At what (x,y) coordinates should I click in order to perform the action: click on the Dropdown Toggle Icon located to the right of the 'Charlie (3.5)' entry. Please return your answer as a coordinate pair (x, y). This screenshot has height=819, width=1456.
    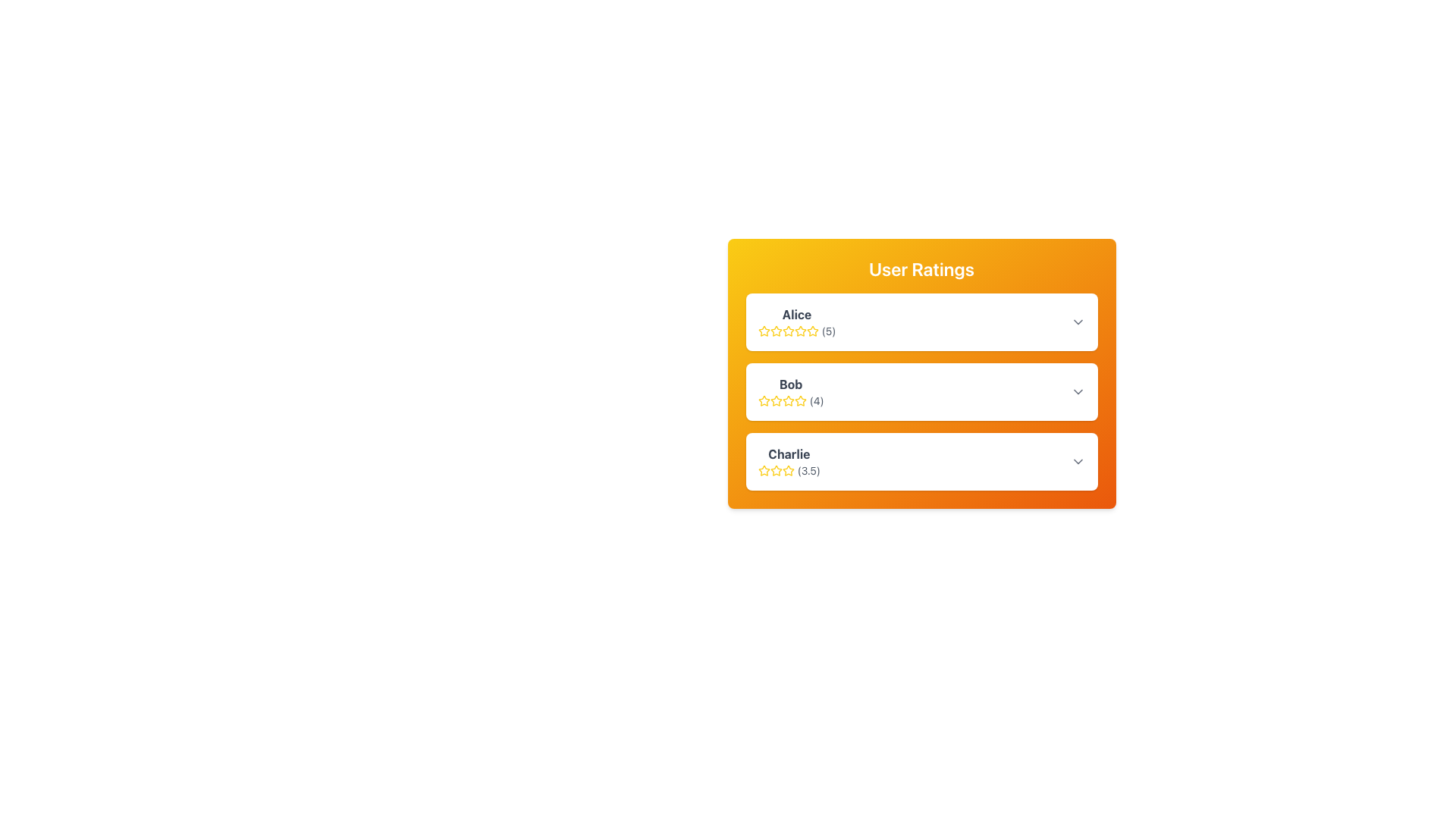
    Looking at the image, I should click on (1077, 461).